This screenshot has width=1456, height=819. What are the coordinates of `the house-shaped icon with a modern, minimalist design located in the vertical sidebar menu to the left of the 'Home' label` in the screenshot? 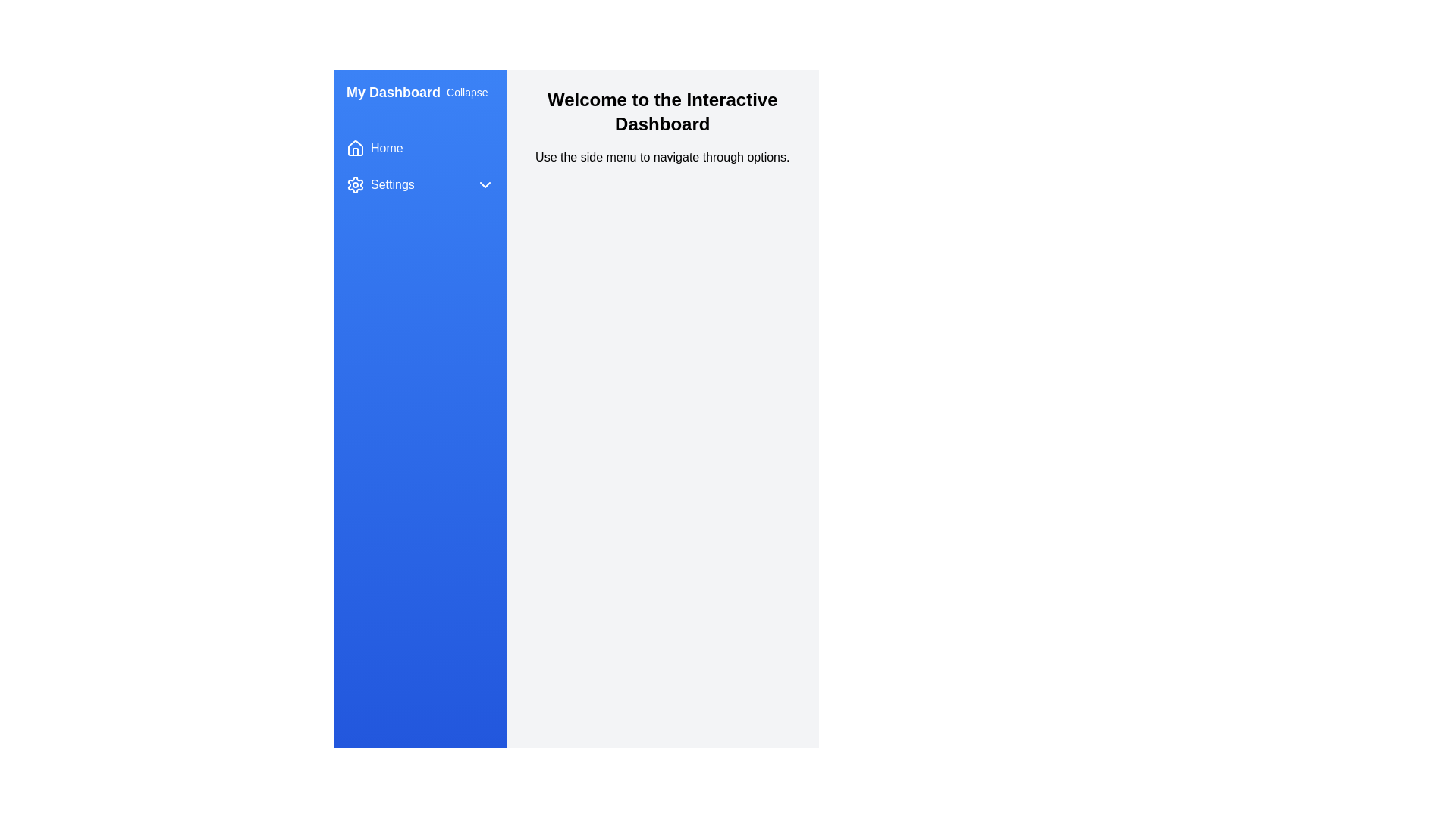 It's located at (355, 149).